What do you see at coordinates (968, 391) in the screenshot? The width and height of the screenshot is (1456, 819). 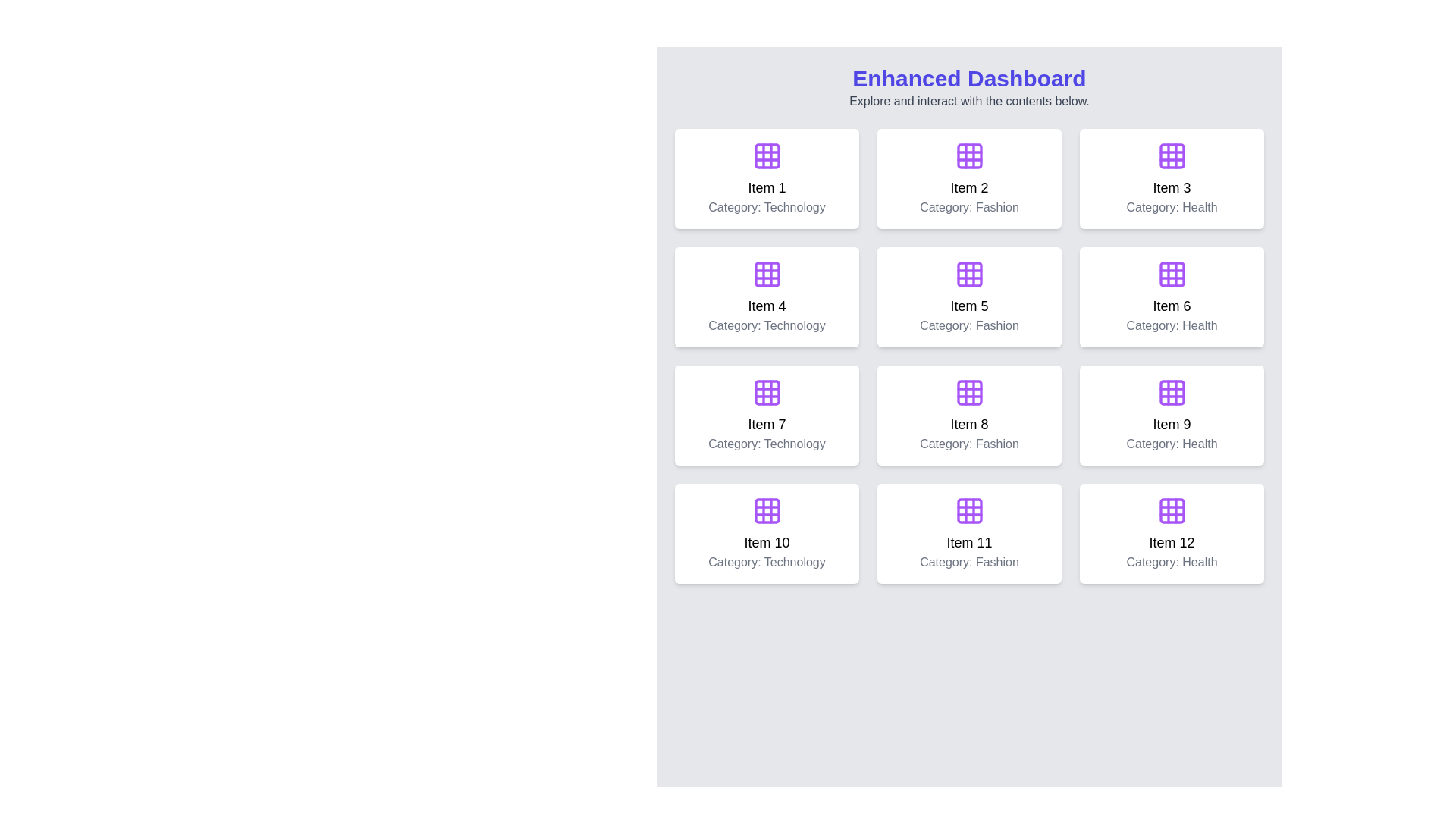 I see `the icon representing 'Item 8', which is positioned in cell 8 of a 4x3 grid layout` at bounding box center [968, 391].